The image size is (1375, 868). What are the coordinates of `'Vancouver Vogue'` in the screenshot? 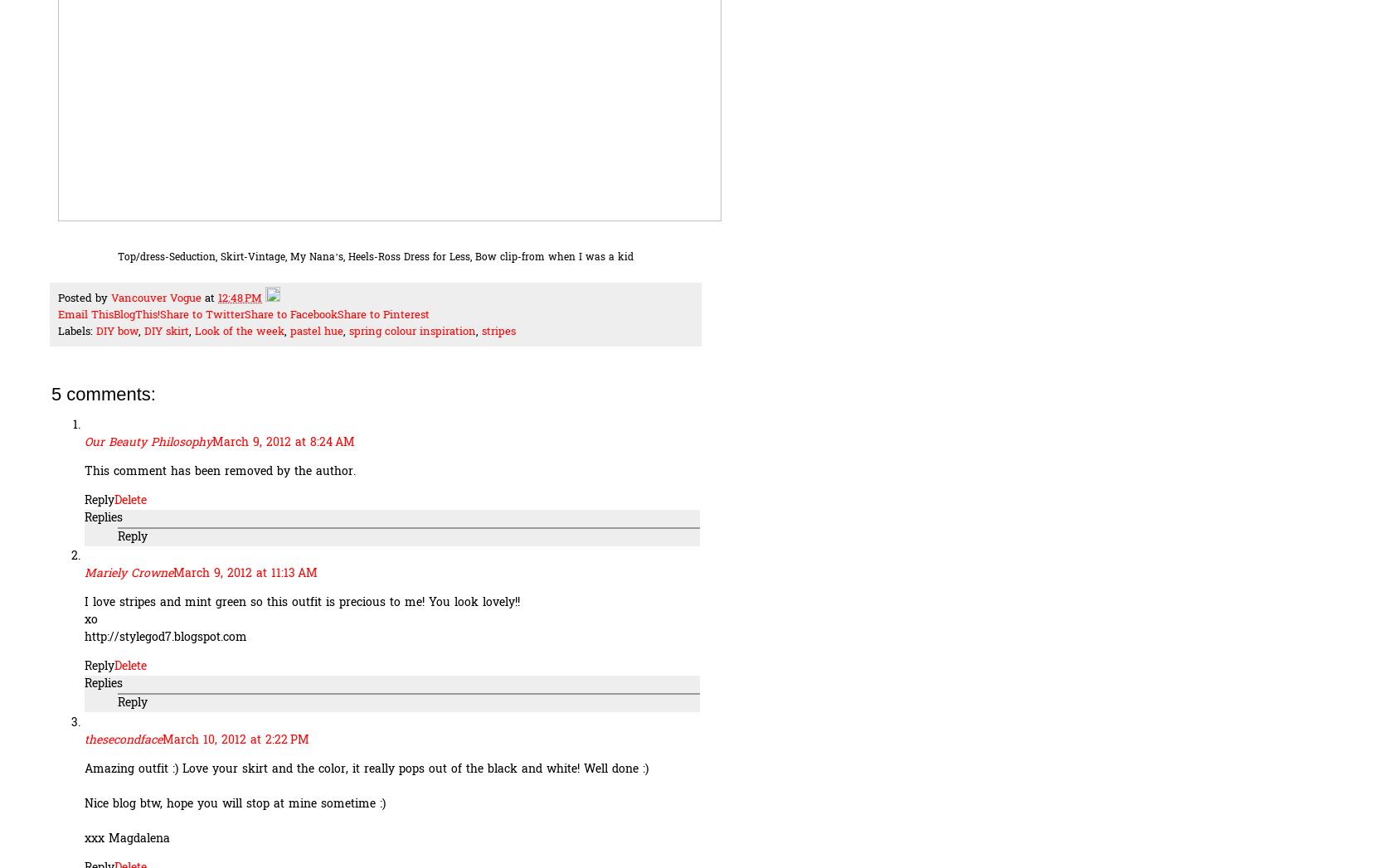 It's located at (109, 299).